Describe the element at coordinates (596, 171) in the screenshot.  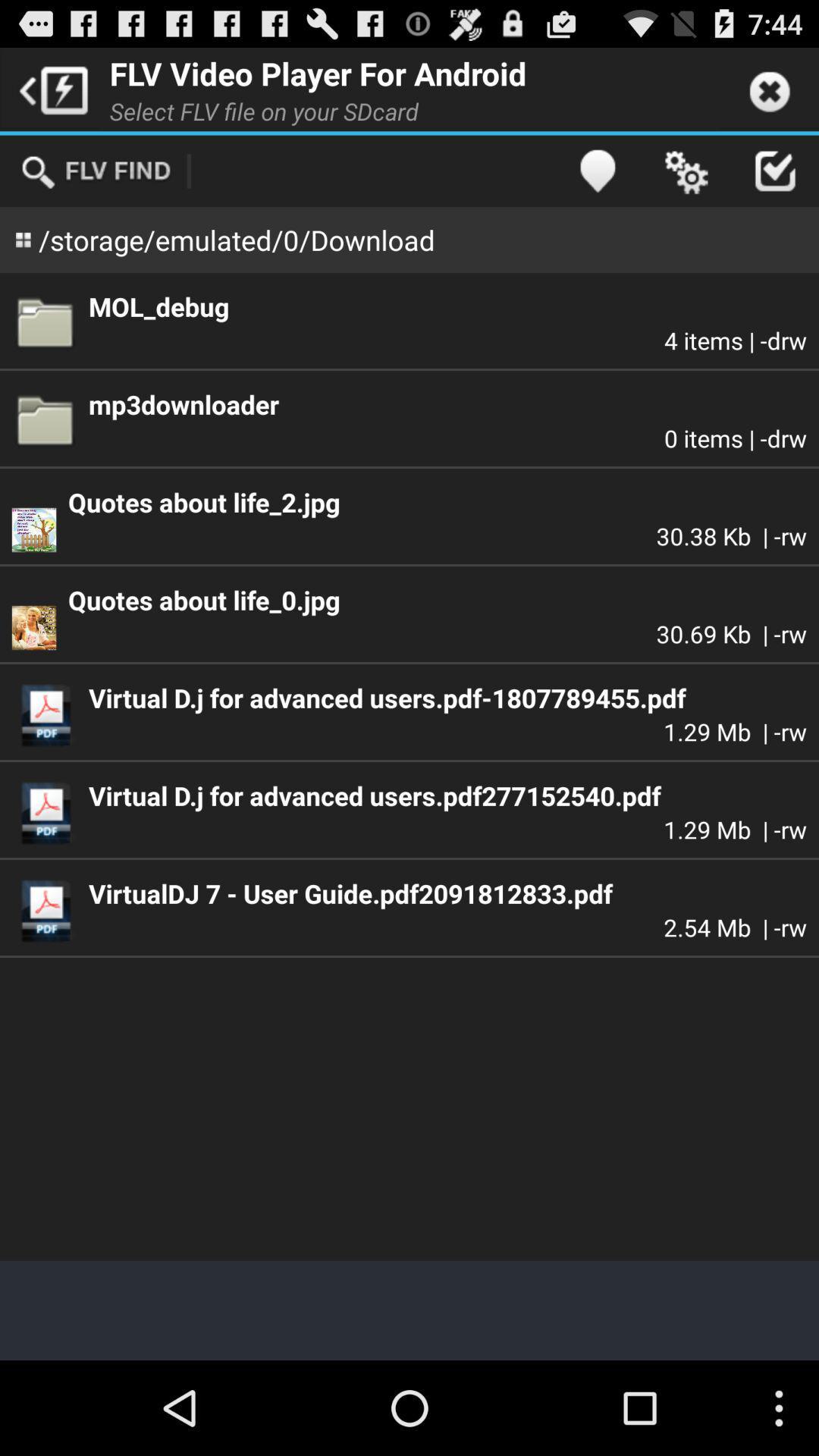
I see `the item above mol_debug` at that location.